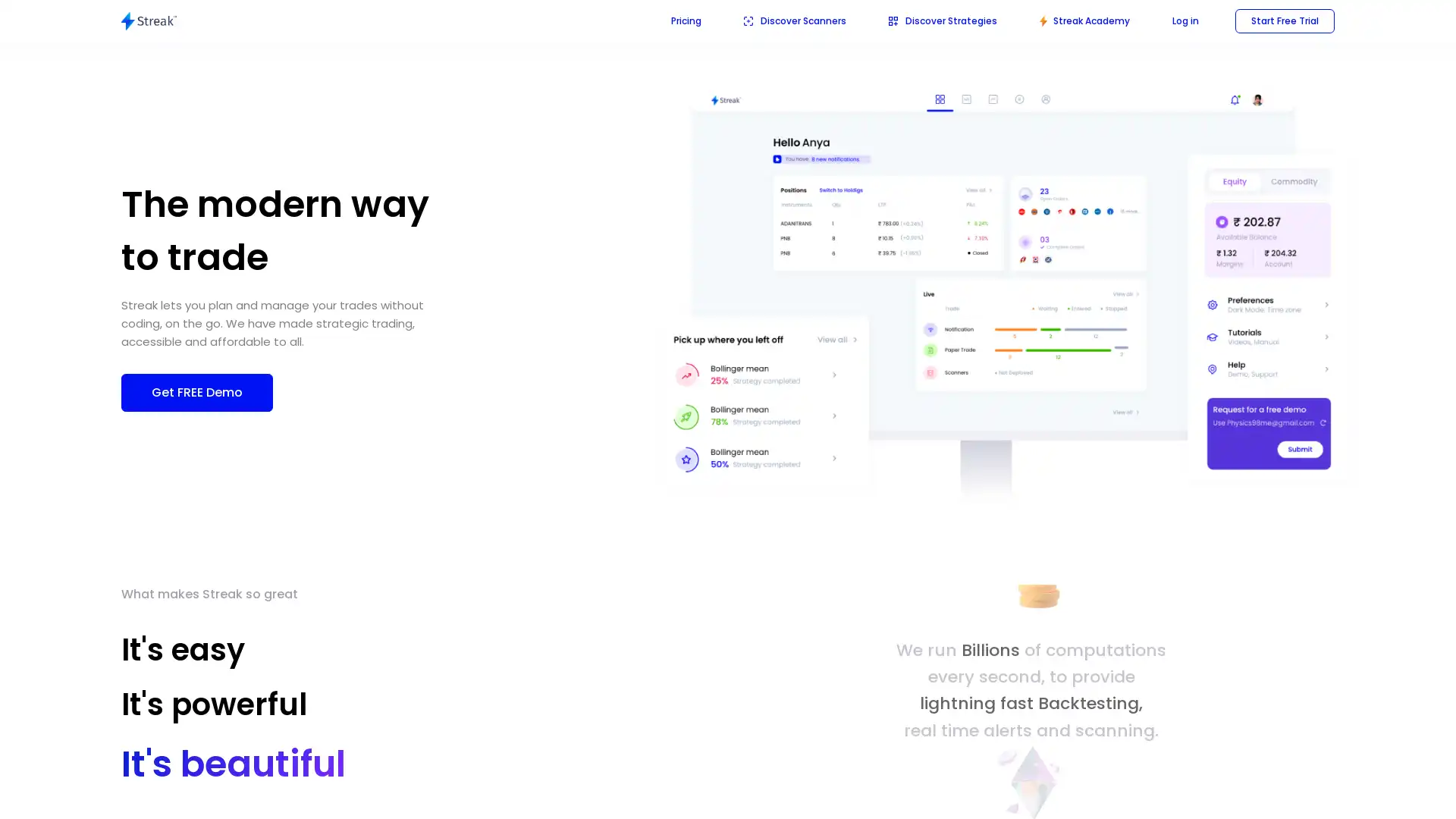  What do you see at coordinates (1284, 20) in the screenshot?
I see `Start Free Trial` at bounding box center [1284, 20].